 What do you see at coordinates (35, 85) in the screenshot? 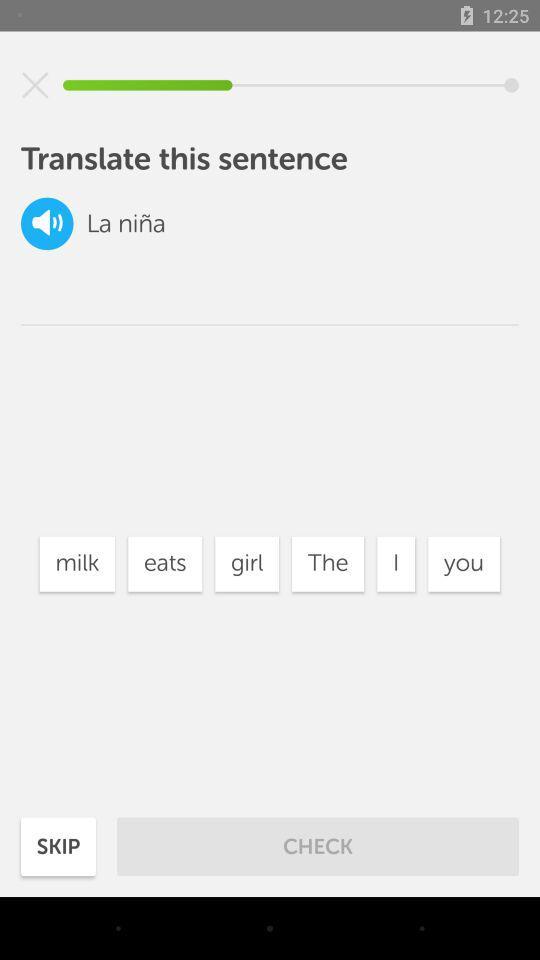
I see `it will exit the screen` at bounding box center [35, 85].